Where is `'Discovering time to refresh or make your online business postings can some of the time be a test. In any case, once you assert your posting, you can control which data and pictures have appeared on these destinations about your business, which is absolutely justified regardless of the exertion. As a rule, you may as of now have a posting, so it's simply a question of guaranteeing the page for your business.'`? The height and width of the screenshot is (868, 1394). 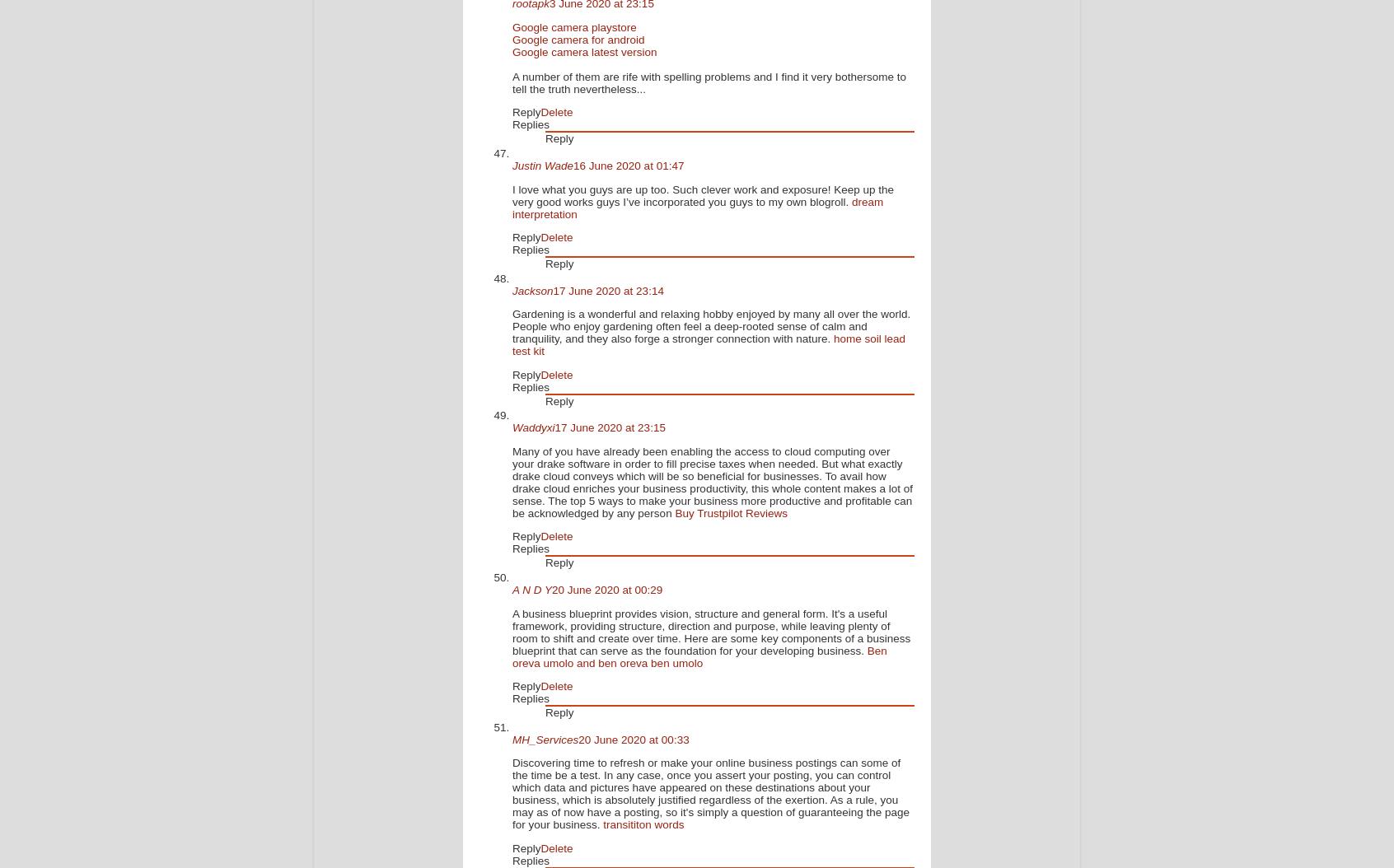
'Discovering time to refresh or make your online business postings can some of the time be a test. In any case, once you assert your posting, you can control which data and pictures have appeared on these destinations about your business, which is absolutely justified regardless of the exertion. As a rule, you may as of now have a posting, so it's simply a question of guaranteeing the page for your business.' is located at coordinates (511, 793).